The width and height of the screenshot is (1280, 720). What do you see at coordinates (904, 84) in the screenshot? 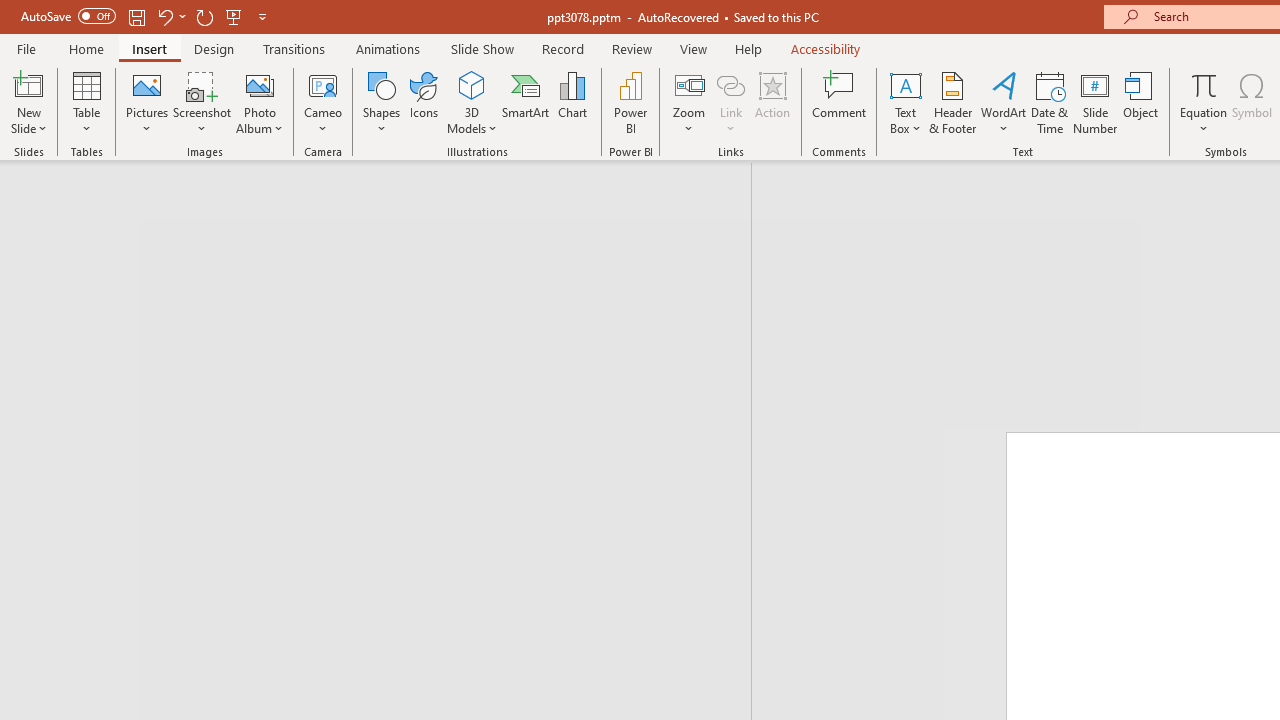
I see `'Draw Horizontal Text Box'` at bounding box center [904, 84].